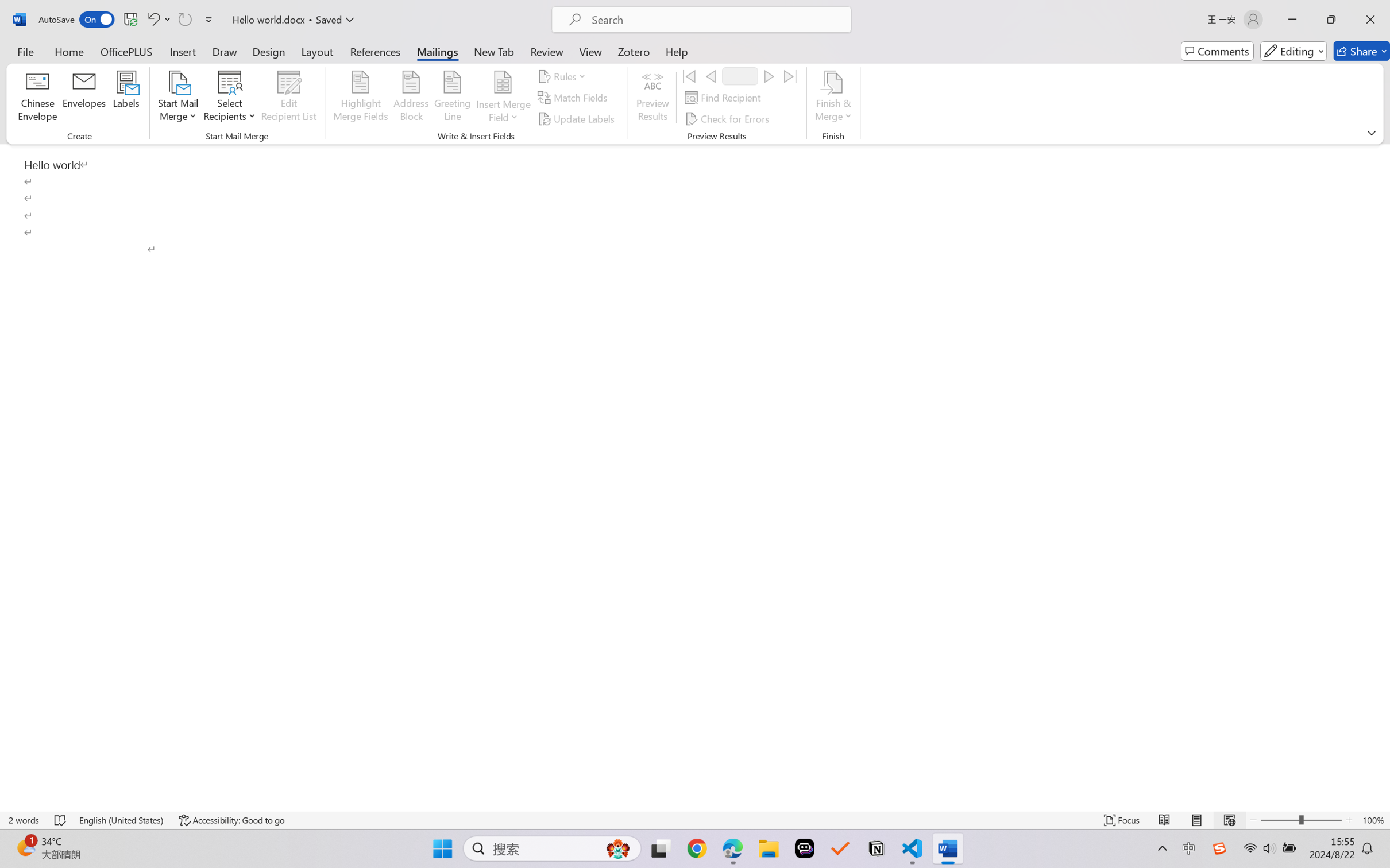  What do you see at coordinates (503, 82) in the screenshot?
I see `'Insert Merge Field'` at bounding box center [503, 82].